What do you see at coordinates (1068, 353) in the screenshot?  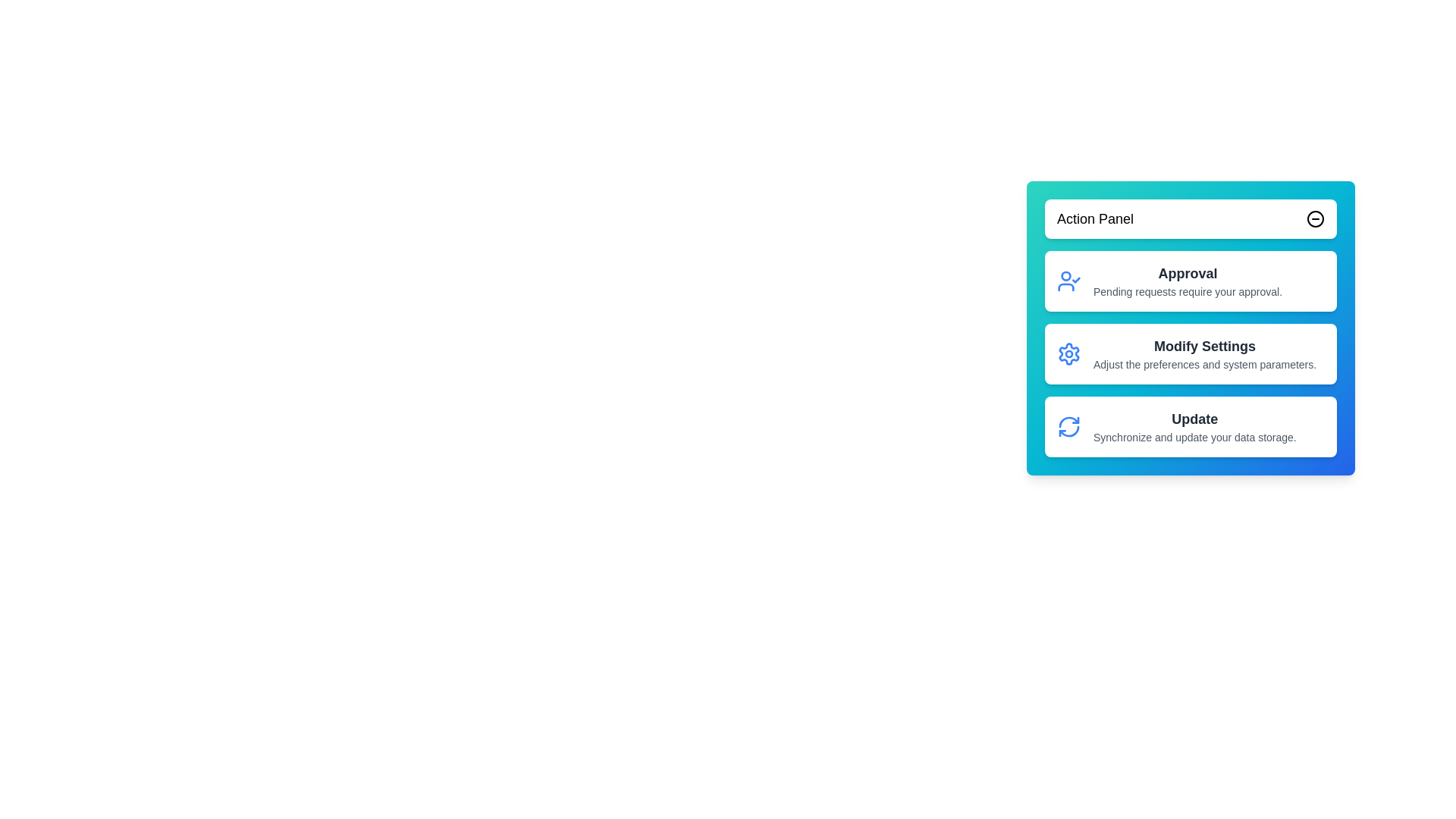 I see `the icon associated with the action Modify Settings` at bounding box center [1068, 353].